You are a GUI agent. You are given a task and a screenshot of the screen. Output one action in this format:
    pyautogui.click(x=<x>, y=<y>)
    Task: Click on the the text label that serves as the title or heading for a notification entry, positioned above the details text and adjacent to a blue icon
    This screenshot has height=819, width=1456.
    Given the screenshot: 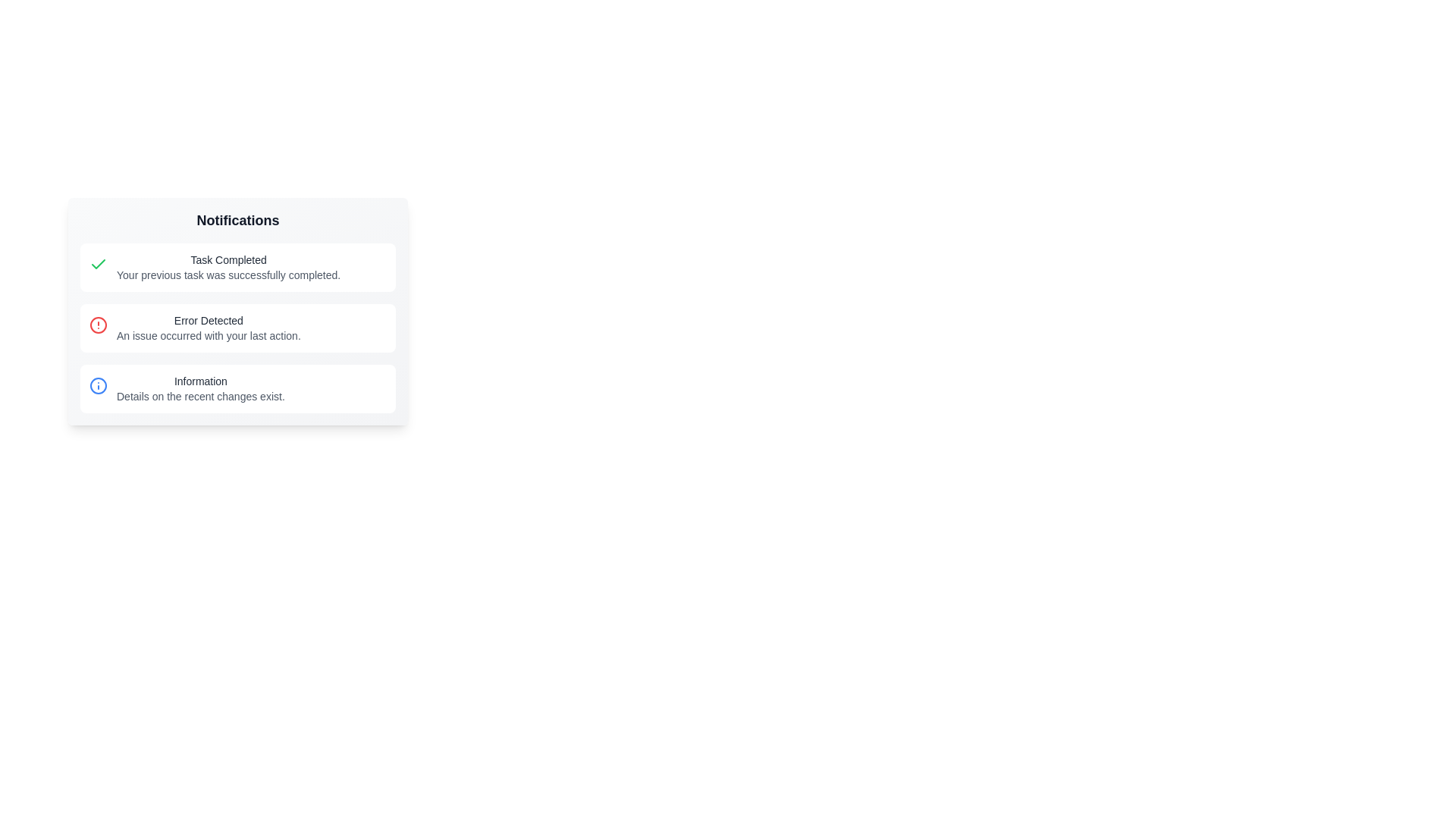 What is the action you would take?
    pyautogui.click(x=199, y=380)
    